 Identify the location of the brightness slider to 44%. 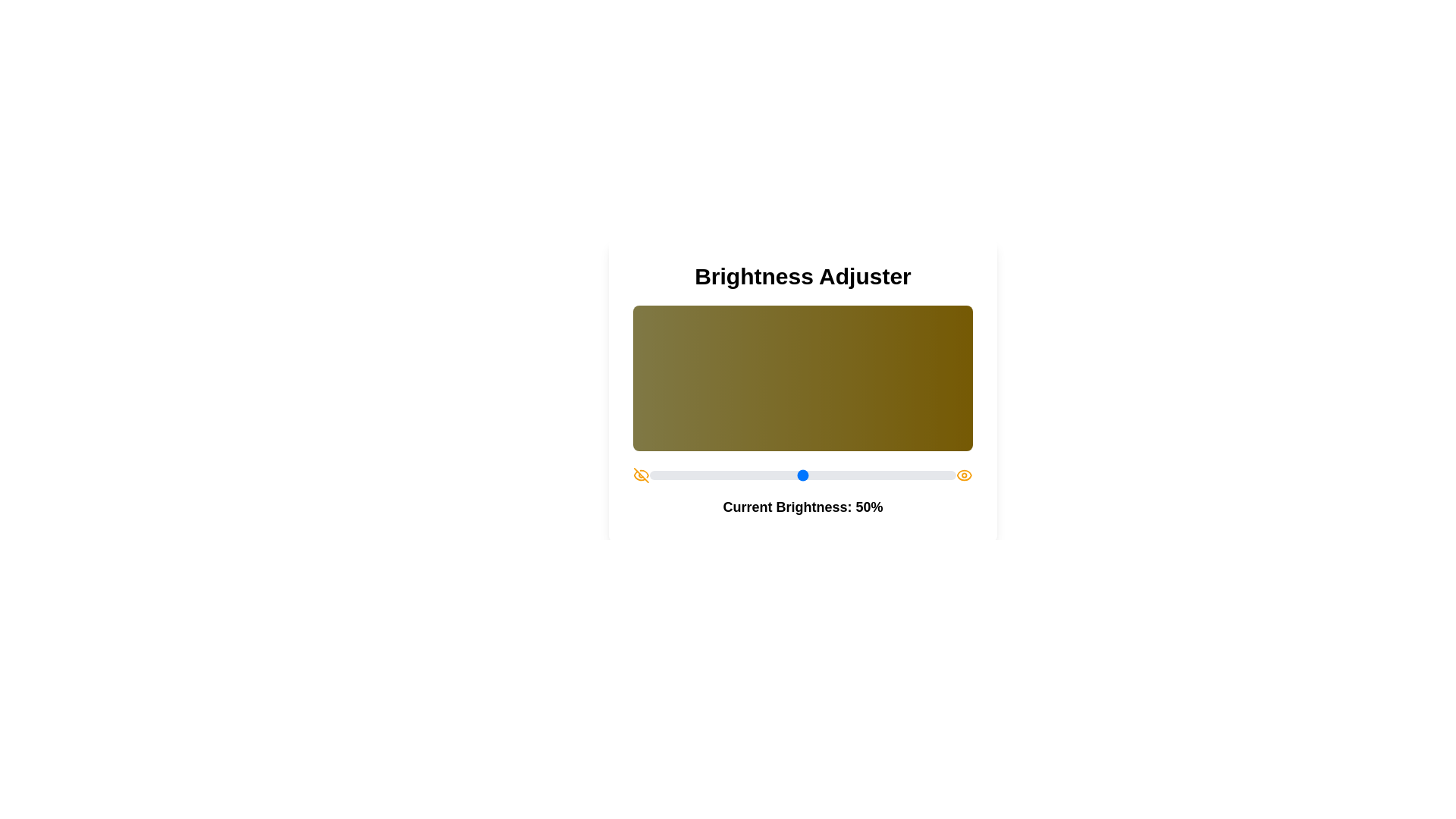
(784, 475).